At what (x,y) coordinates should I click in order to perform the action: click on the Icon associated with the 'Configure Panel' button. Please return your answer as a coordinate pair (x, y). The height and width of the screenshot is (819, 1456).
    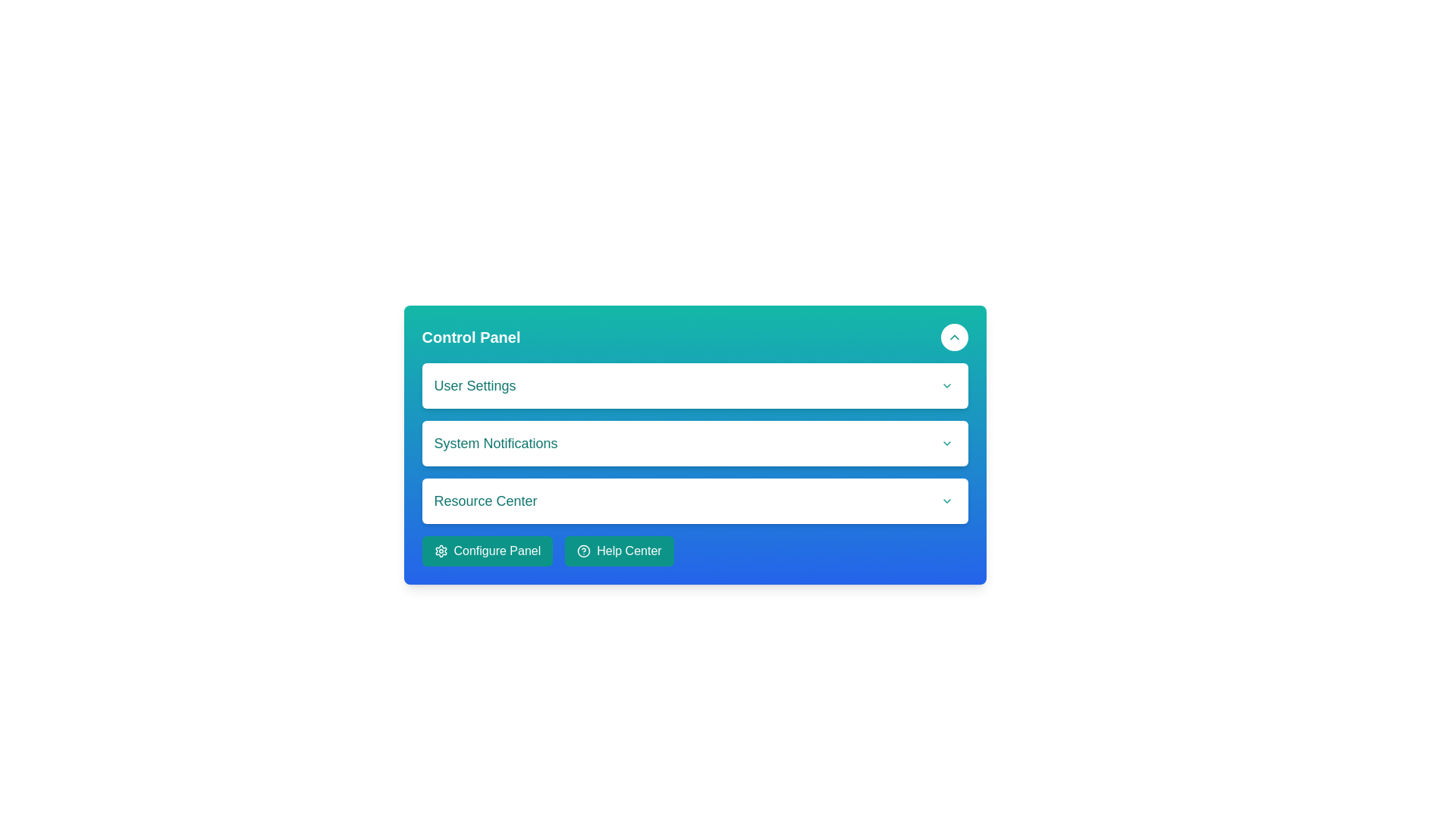
    Looking at the image, I should click on (440, 551).